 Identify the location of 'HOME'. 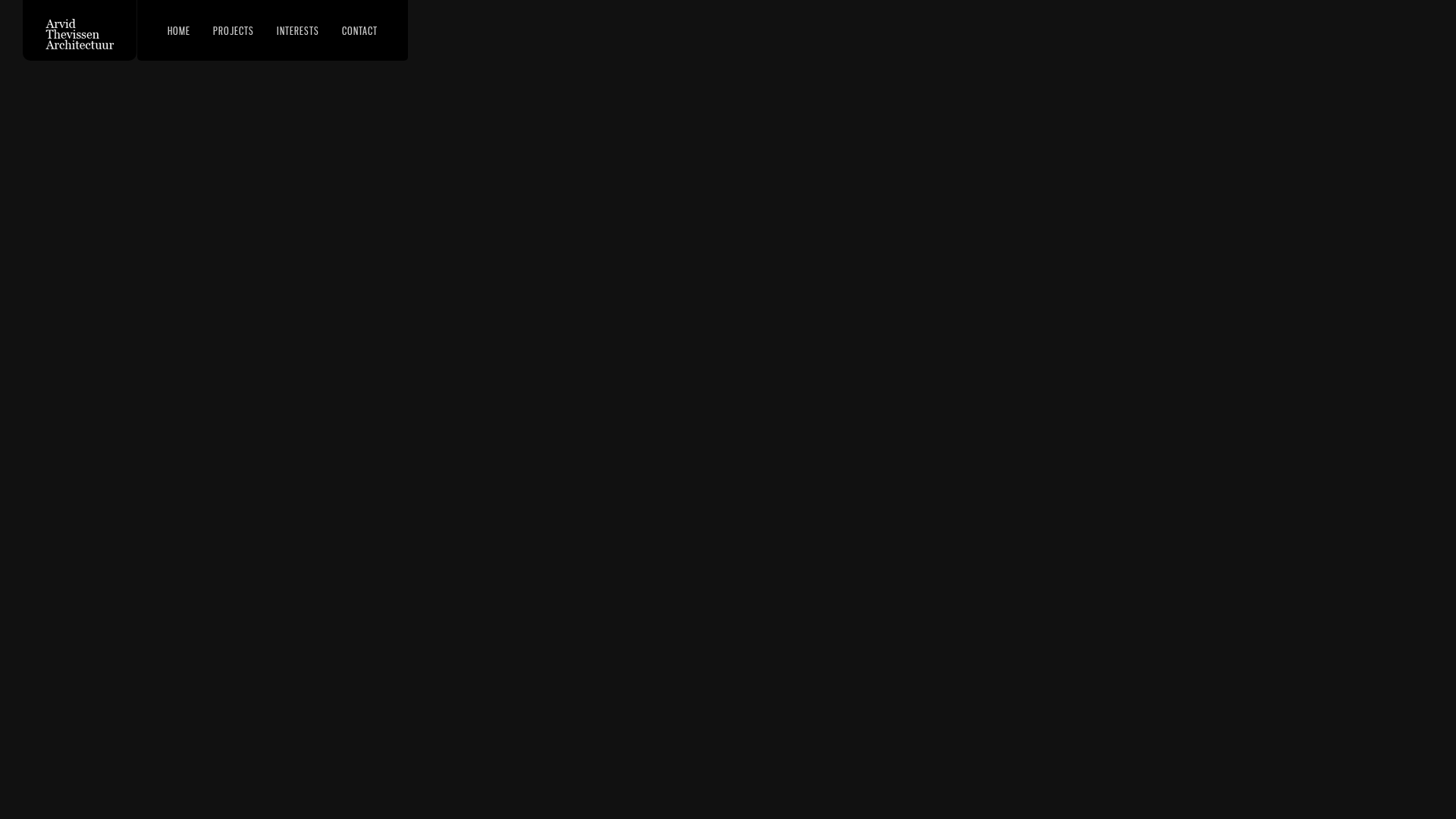
(178, 29).